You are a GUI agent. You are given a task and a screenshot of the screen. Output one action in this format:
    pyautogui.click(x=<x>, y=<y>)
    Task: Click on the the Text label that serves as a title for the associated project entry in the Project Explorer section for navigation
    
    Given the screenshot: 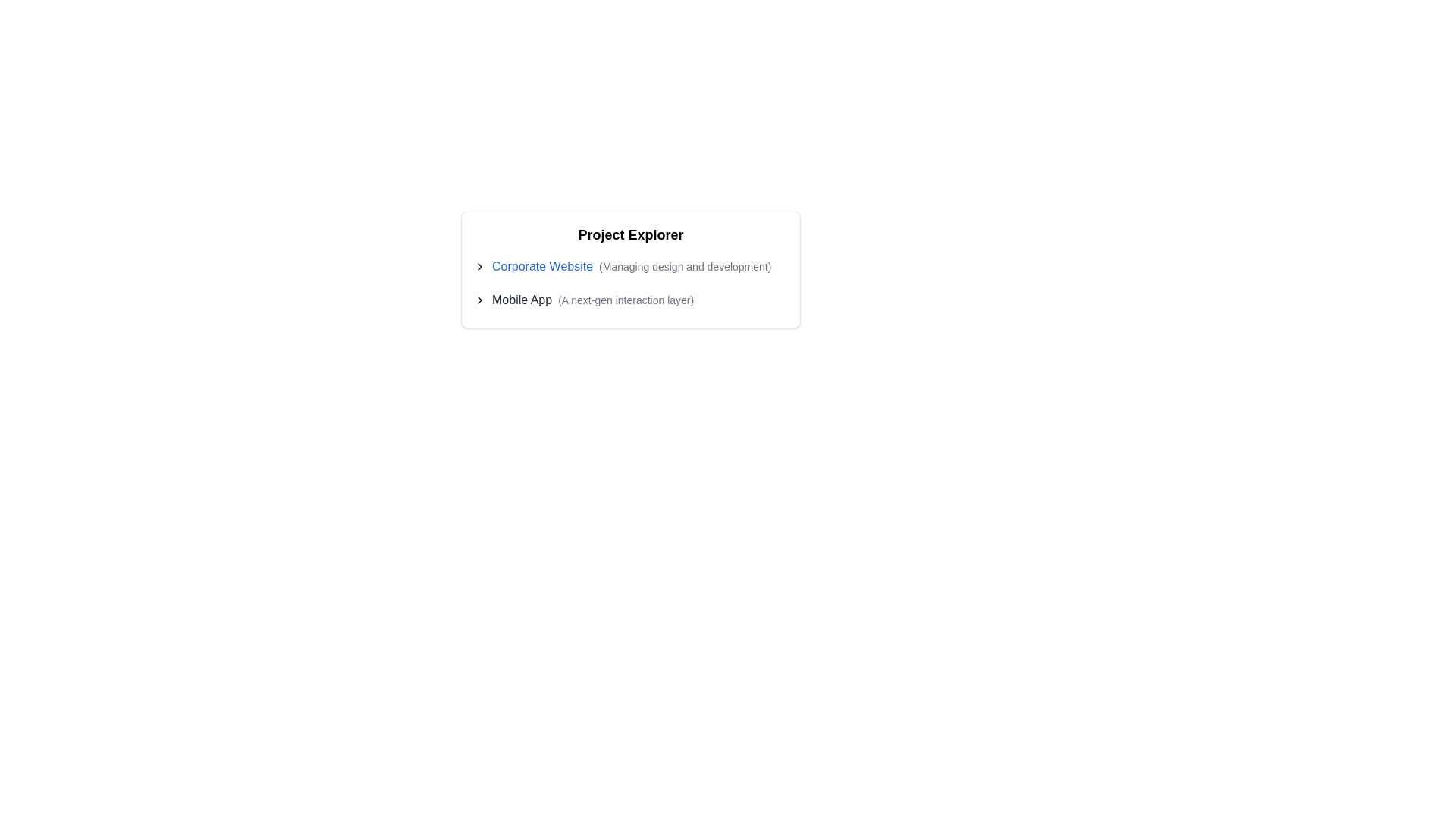 What is the action you would take?
    pyautogui.click(x=542, y=265)
    